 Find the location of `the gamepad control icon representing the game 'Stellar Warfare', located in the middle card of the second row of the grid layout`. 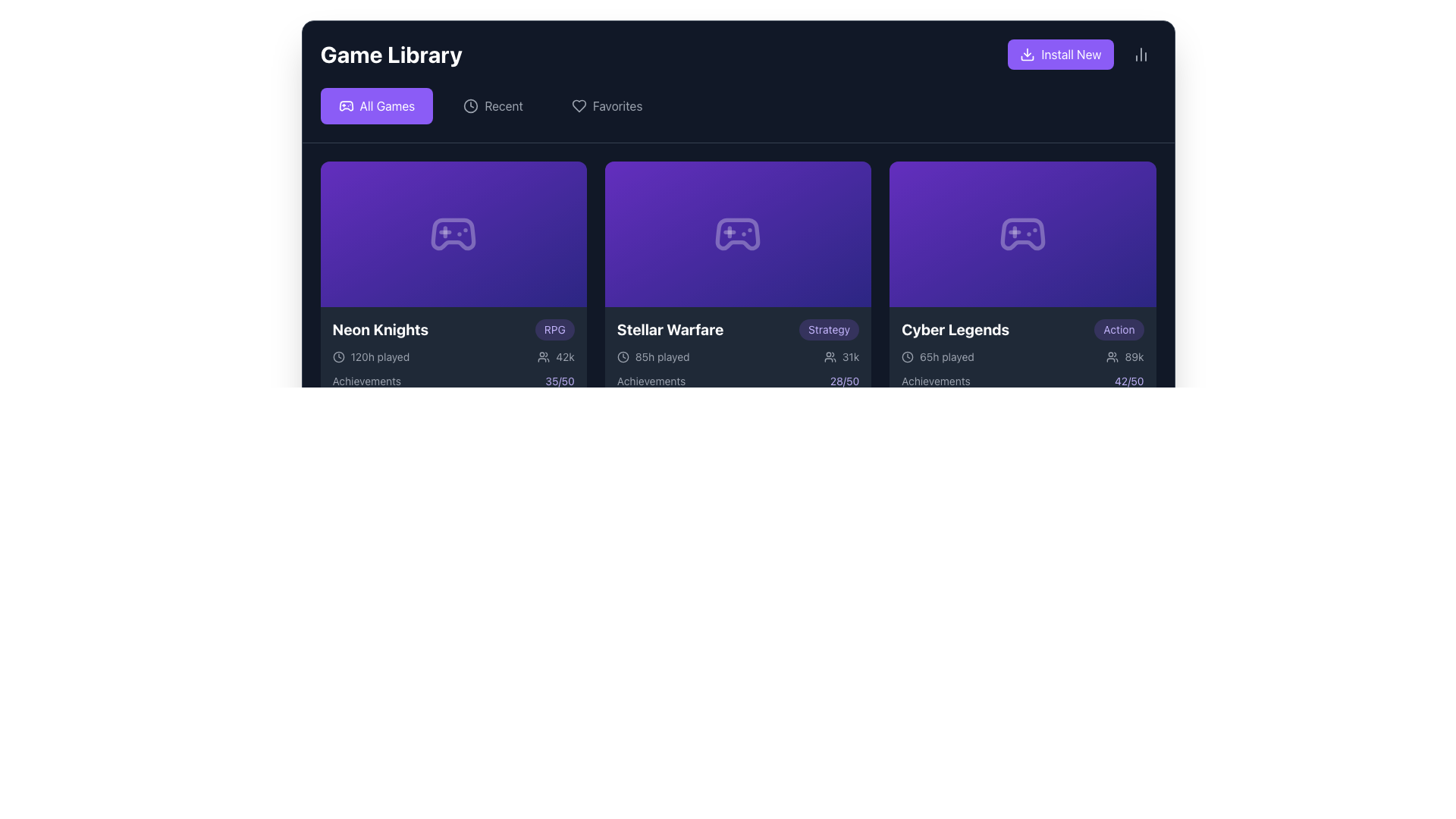

the gamepad control icon representing the game 'Stellar Warfare', located in the middle card of the second row of the grid layout is located at coordinates (738, 234).